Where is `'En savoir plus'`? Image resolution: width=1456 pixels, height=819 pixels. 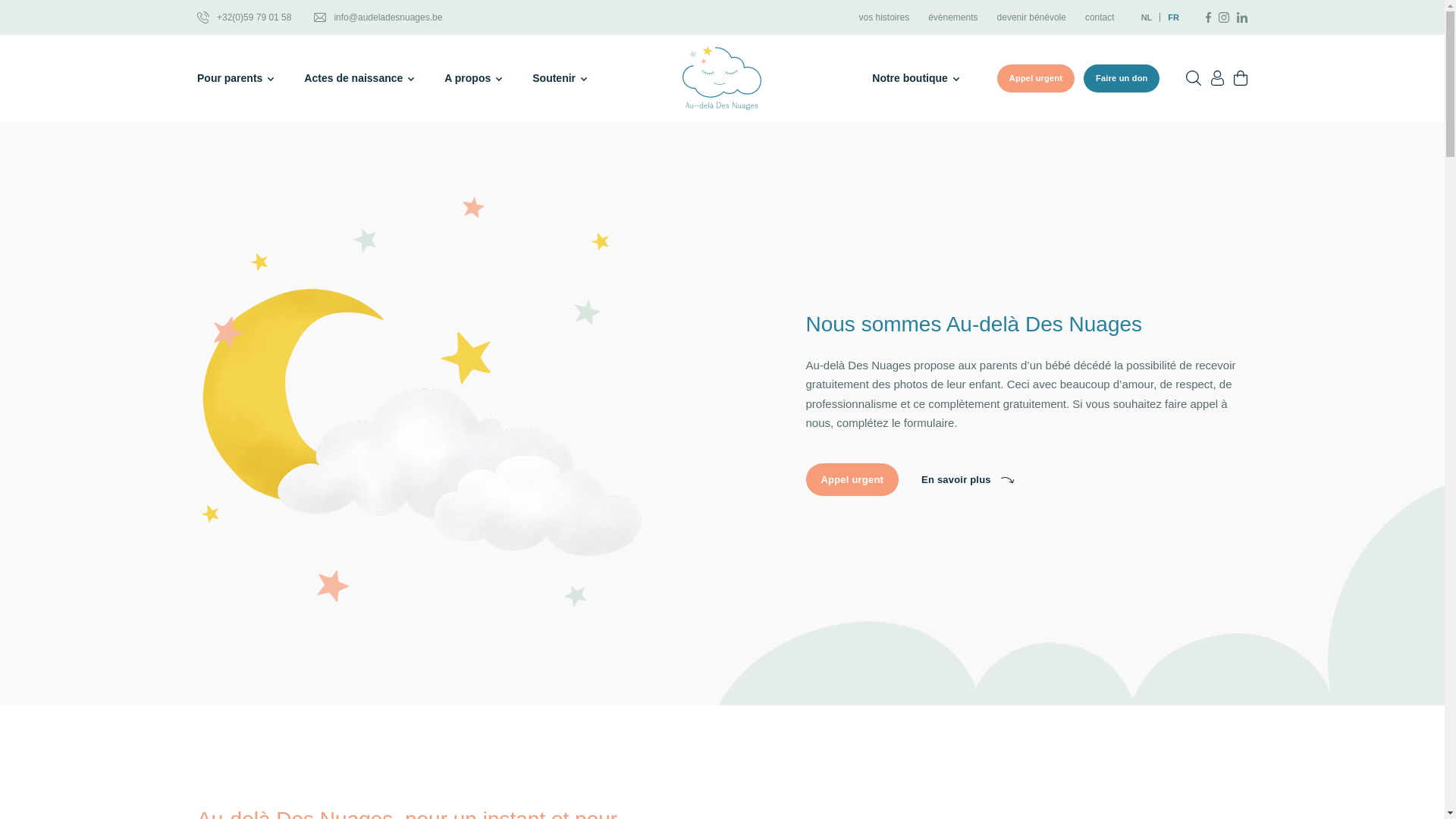 'En savoir plus' is located at coordinates (967, 479).